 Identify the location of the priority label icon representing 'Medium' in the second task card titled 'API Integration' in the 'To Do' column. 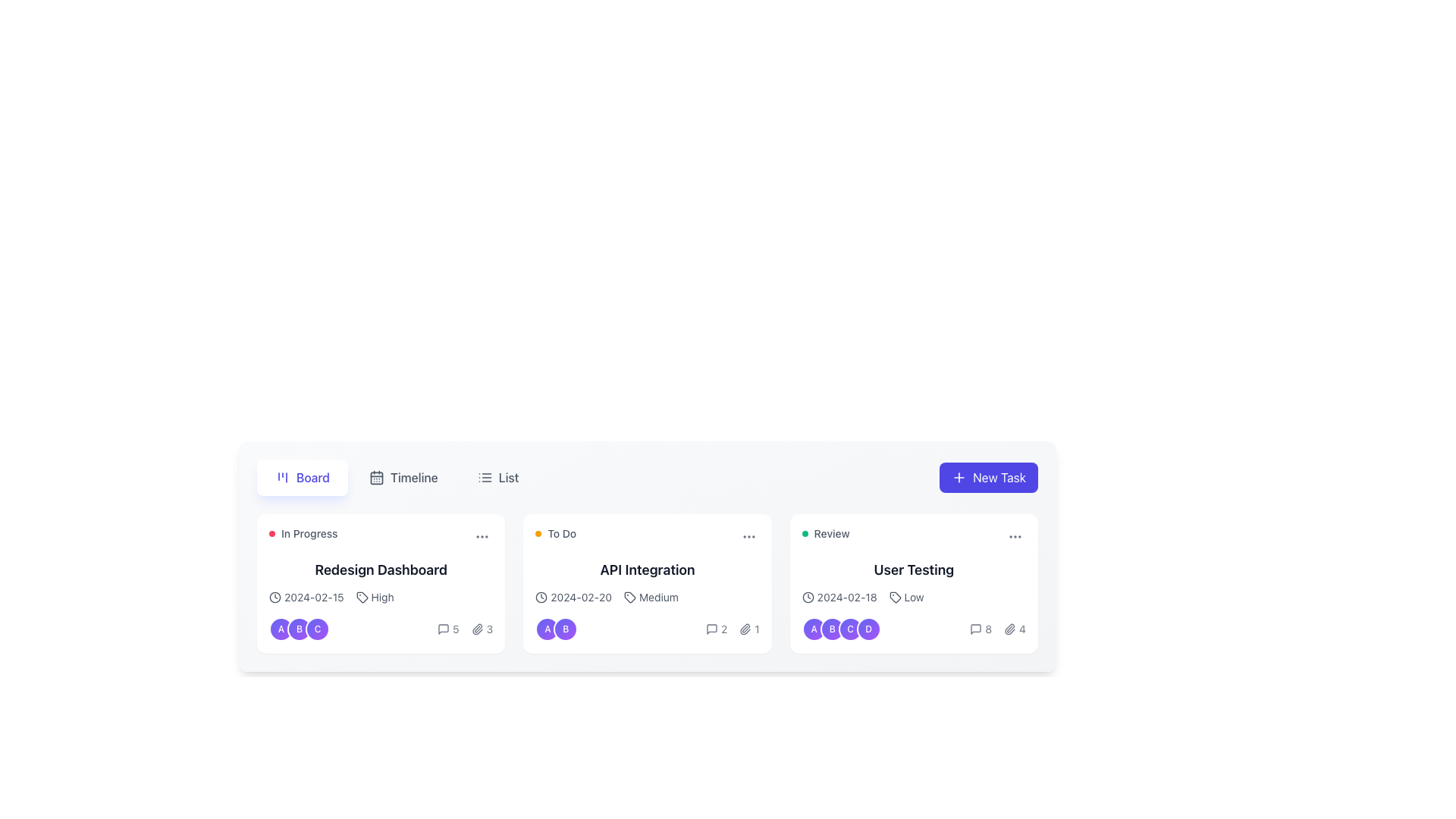
(630, 596).